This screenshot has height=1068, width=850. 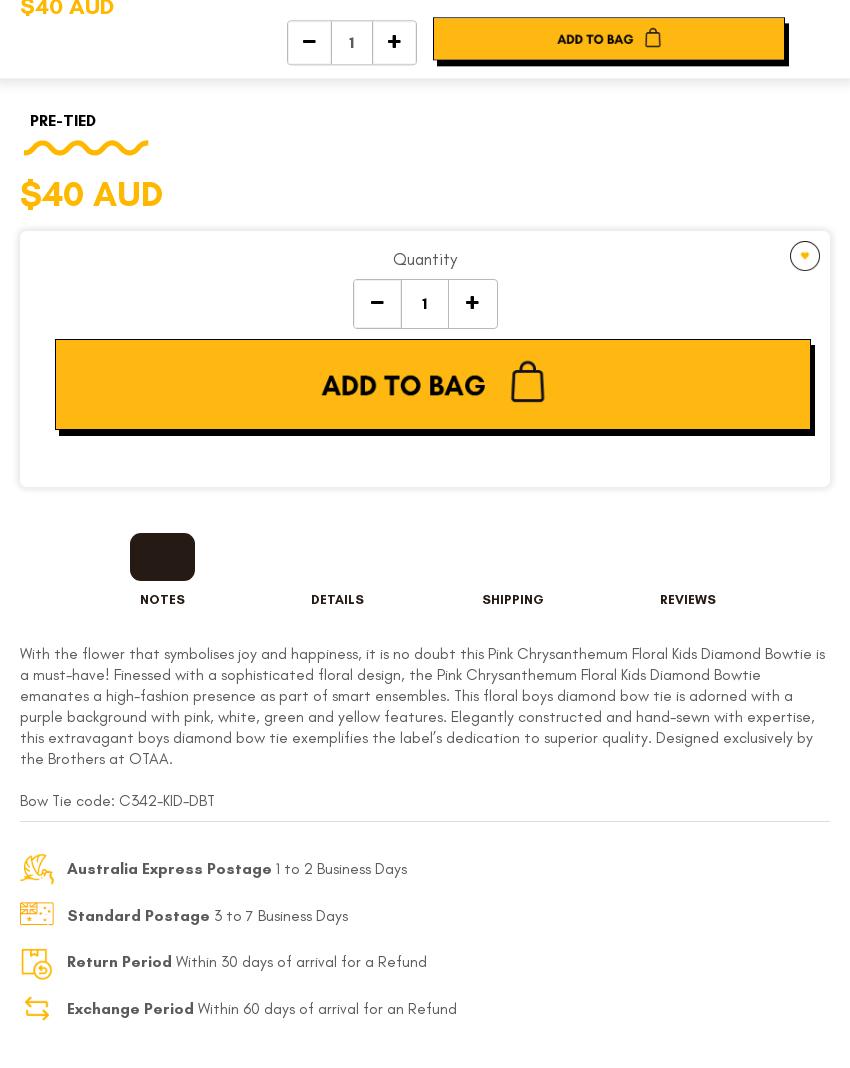 What do you see at coordinates (418, 460) in the screenshot?
I see `'Ships Within 1 Business Day  in'` at bounding box center [418, 460].